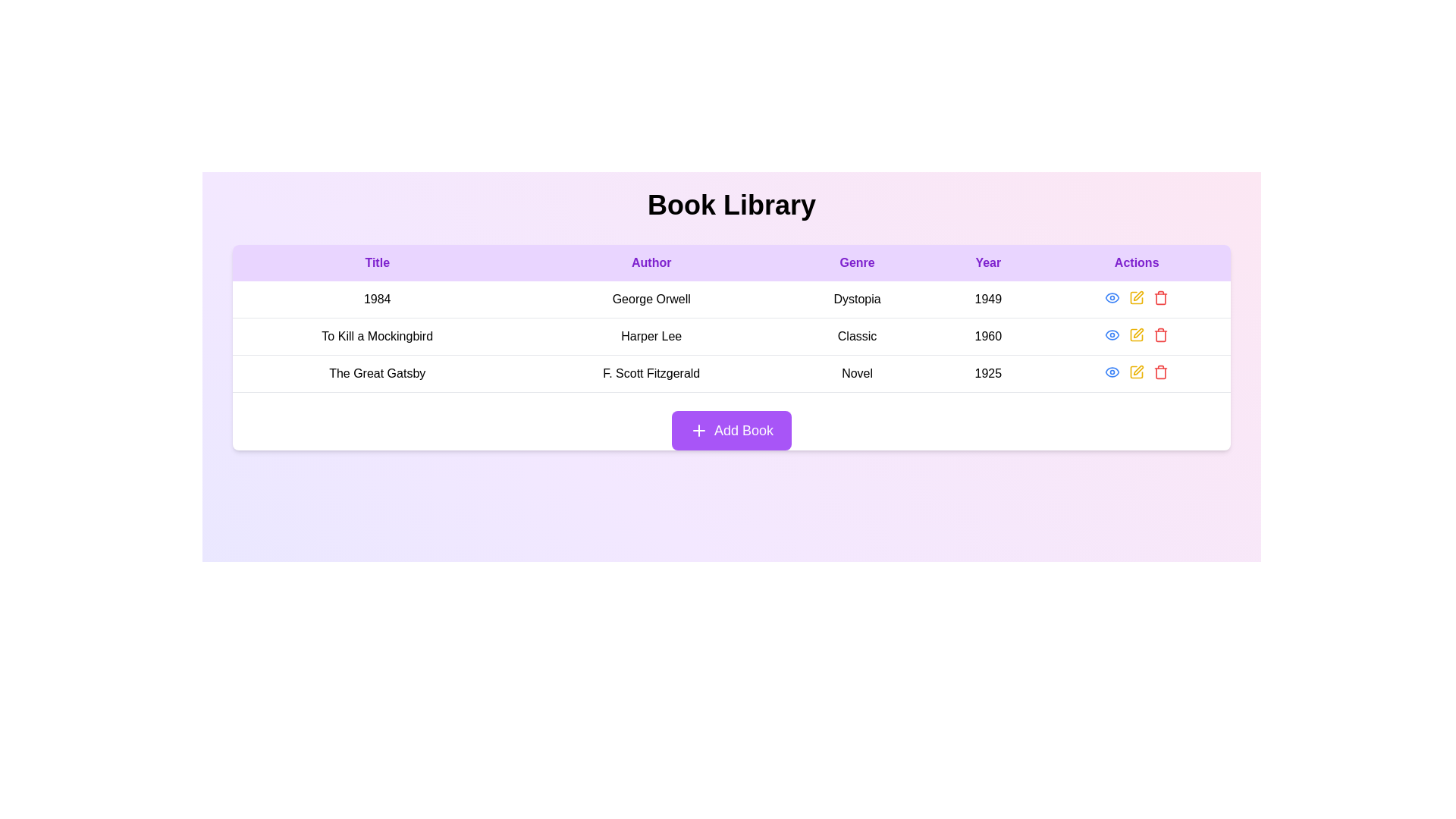  What do you see at coordinates (651, 335) in the screenshot?
I see `the text field displaying 'Harper Lee' located in the second row of the 'Author' column in the book details table` at bounding box center [651, 335].